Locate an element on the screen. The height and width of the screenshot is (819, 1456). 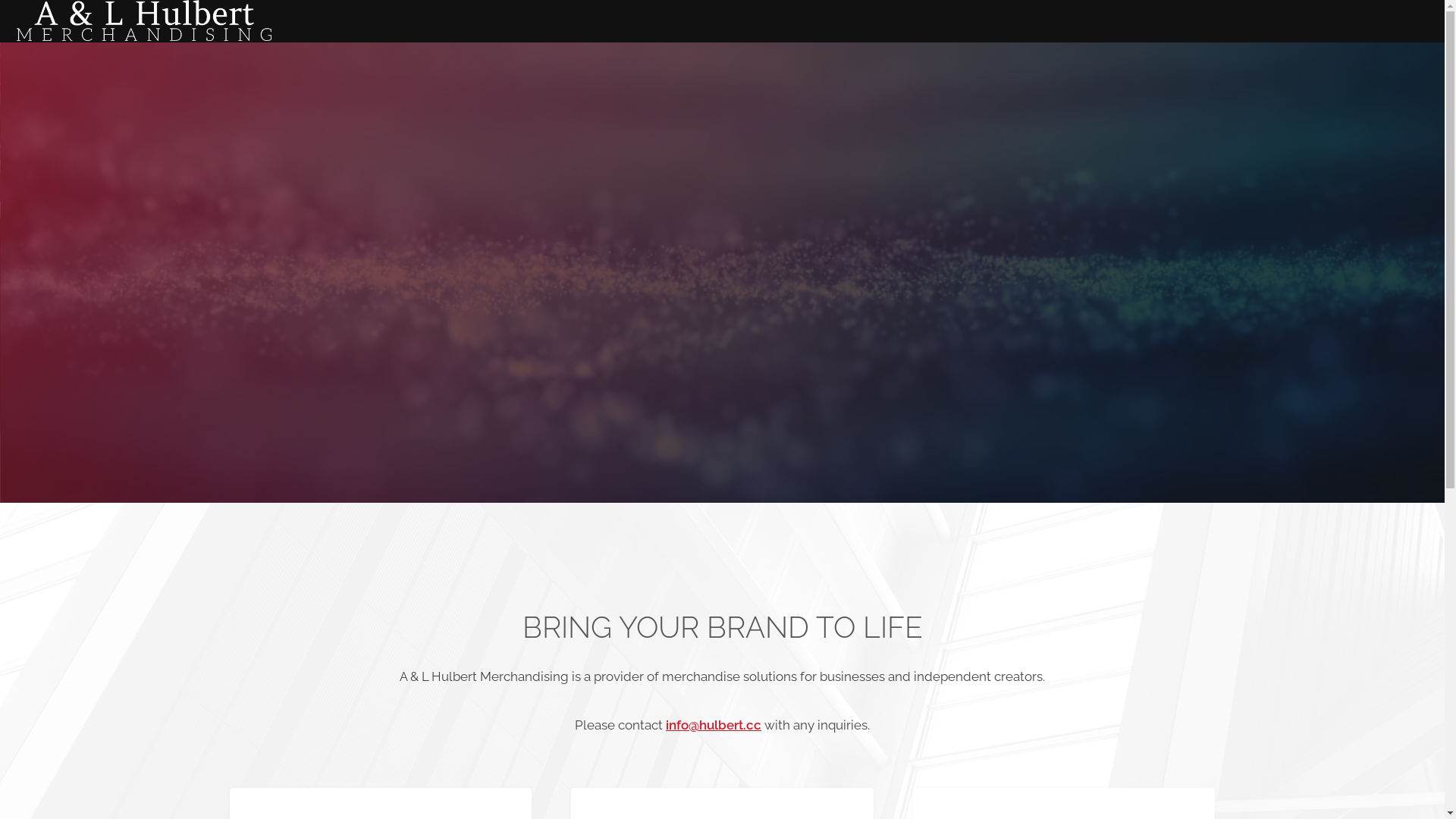
'info@hulbert.cc' is located at coordinates (666, 724).